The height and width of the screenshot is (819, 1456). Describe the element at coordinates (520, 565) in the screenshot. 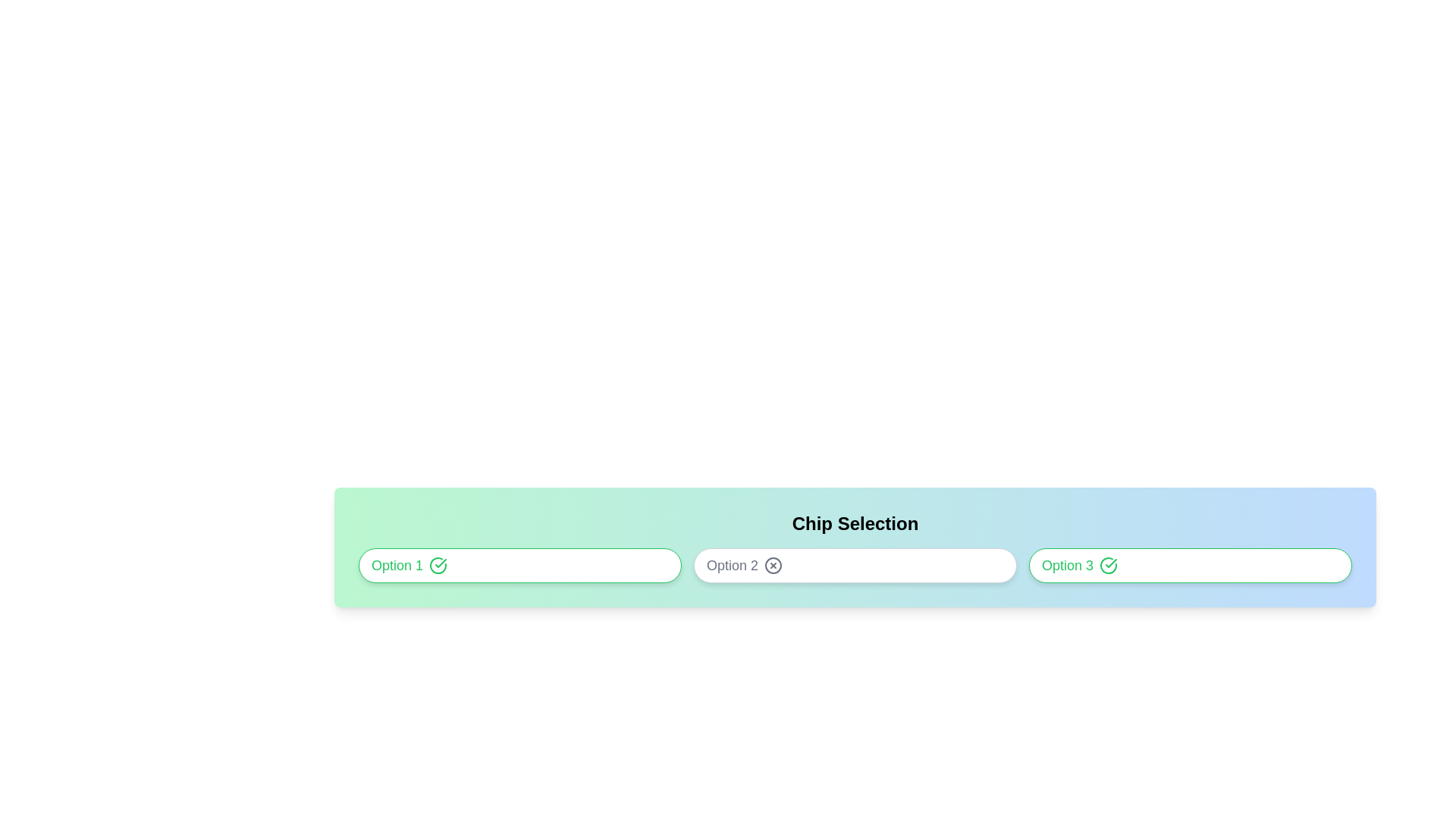

I see `the chip labeled Option 1` at that location.